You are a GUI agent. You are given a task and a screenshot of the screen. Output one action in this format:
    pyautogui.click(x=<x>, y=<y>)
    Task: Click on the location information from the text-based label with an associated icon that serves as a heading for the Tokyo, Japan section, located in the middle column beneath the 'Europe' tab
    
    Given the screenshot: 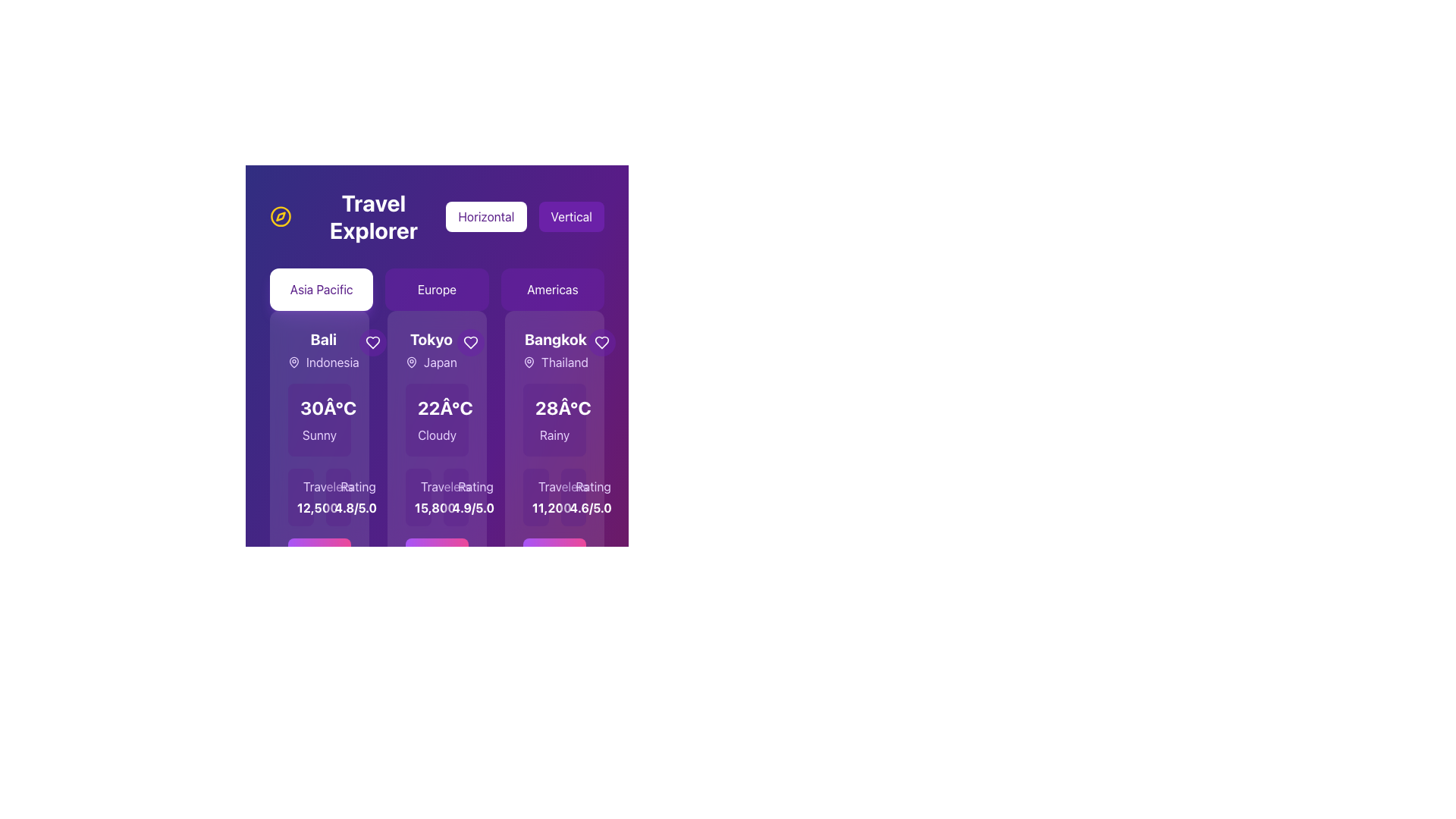 What is the action you would take?
    pyautogui.click(x=430, y=350)
    